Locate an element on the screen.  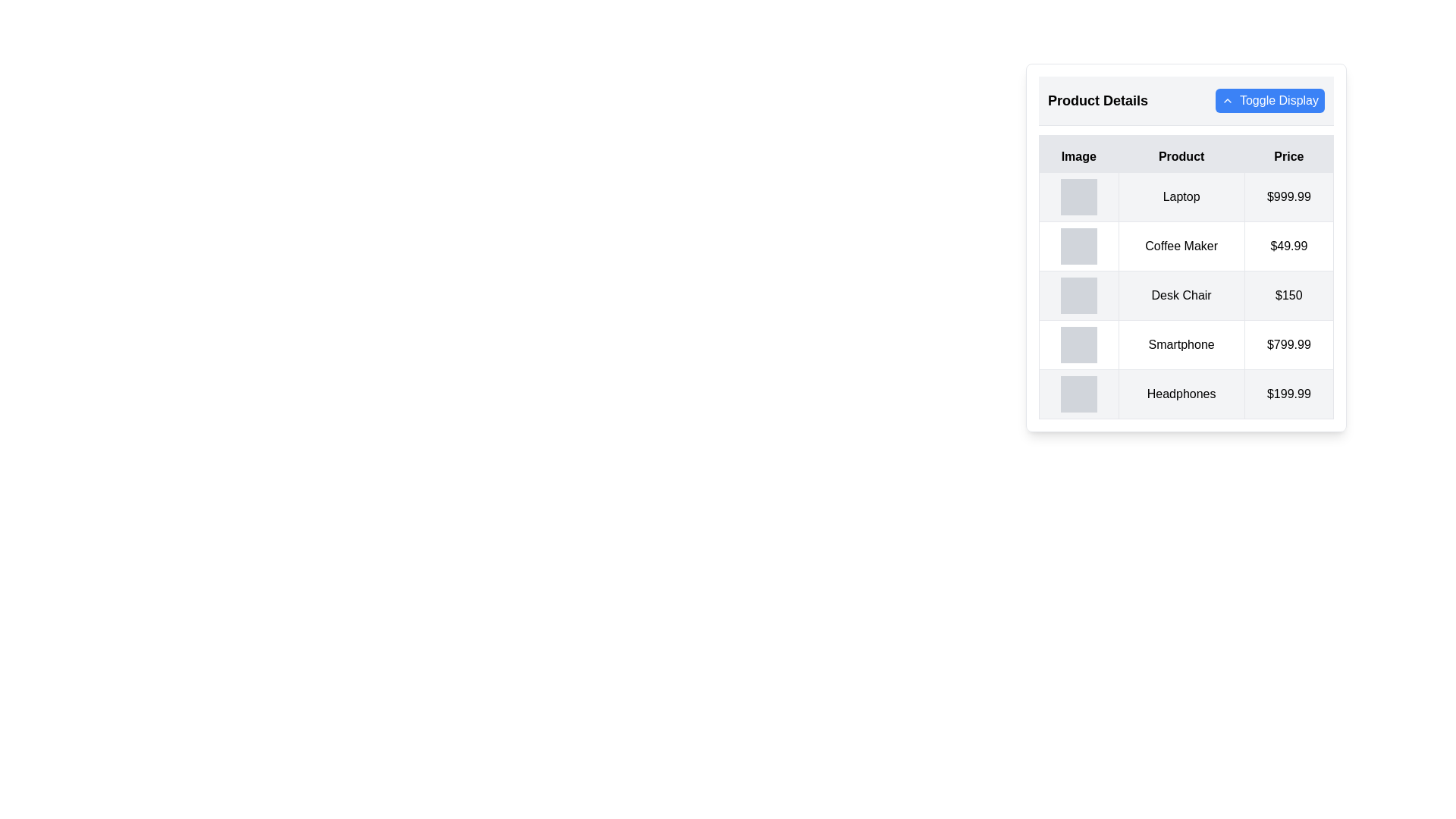
the table row displaying the 'Coffee Maker' product and its price '$49.99' is located at coordinates (1185, 245).